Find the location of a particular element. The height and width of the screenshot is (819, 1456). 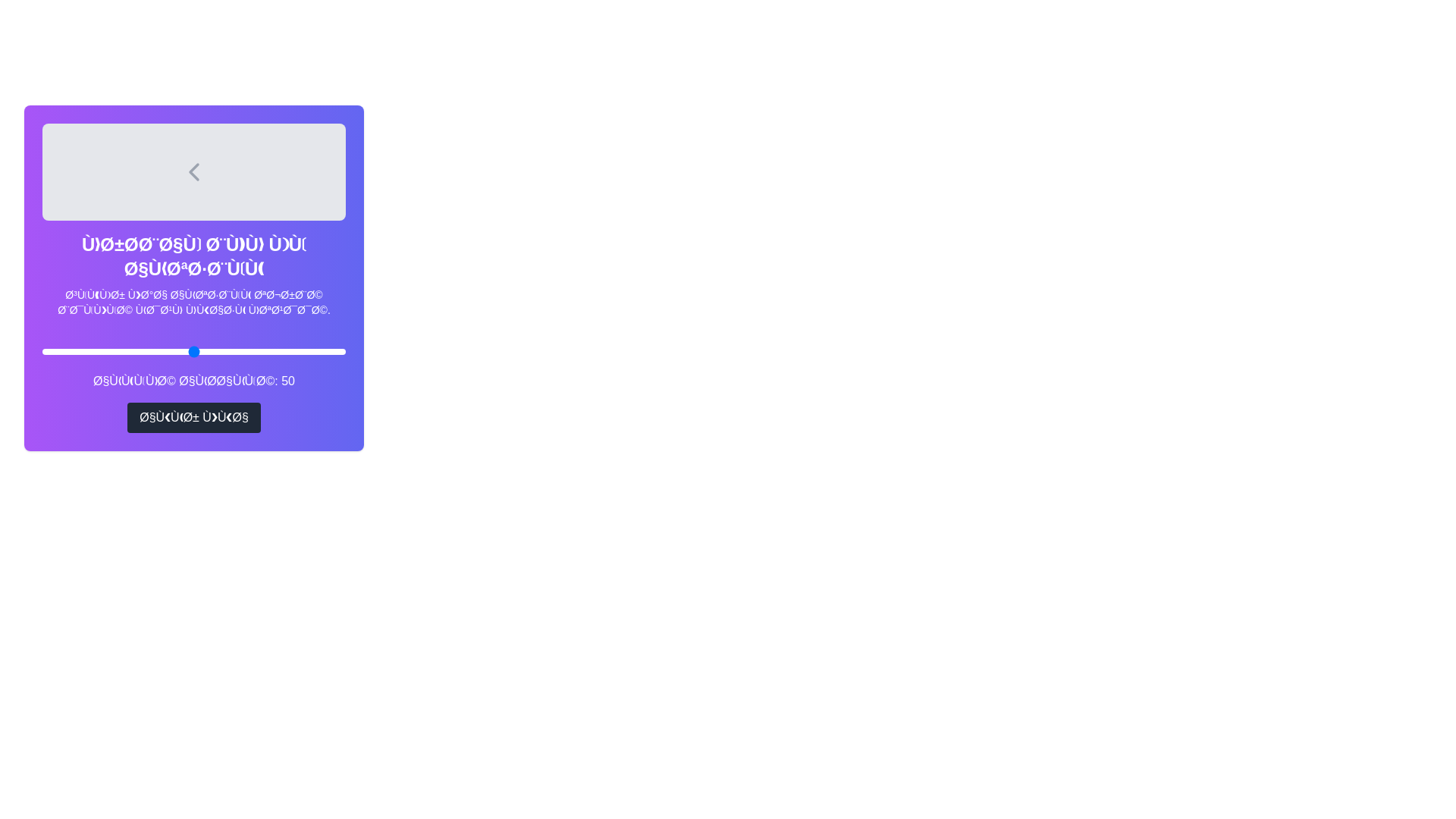

the rounded rectangle styled button with Arabic text, which has a dark gray background and is positioned at the bottom of the card layout is located at coordinates (193, 418).